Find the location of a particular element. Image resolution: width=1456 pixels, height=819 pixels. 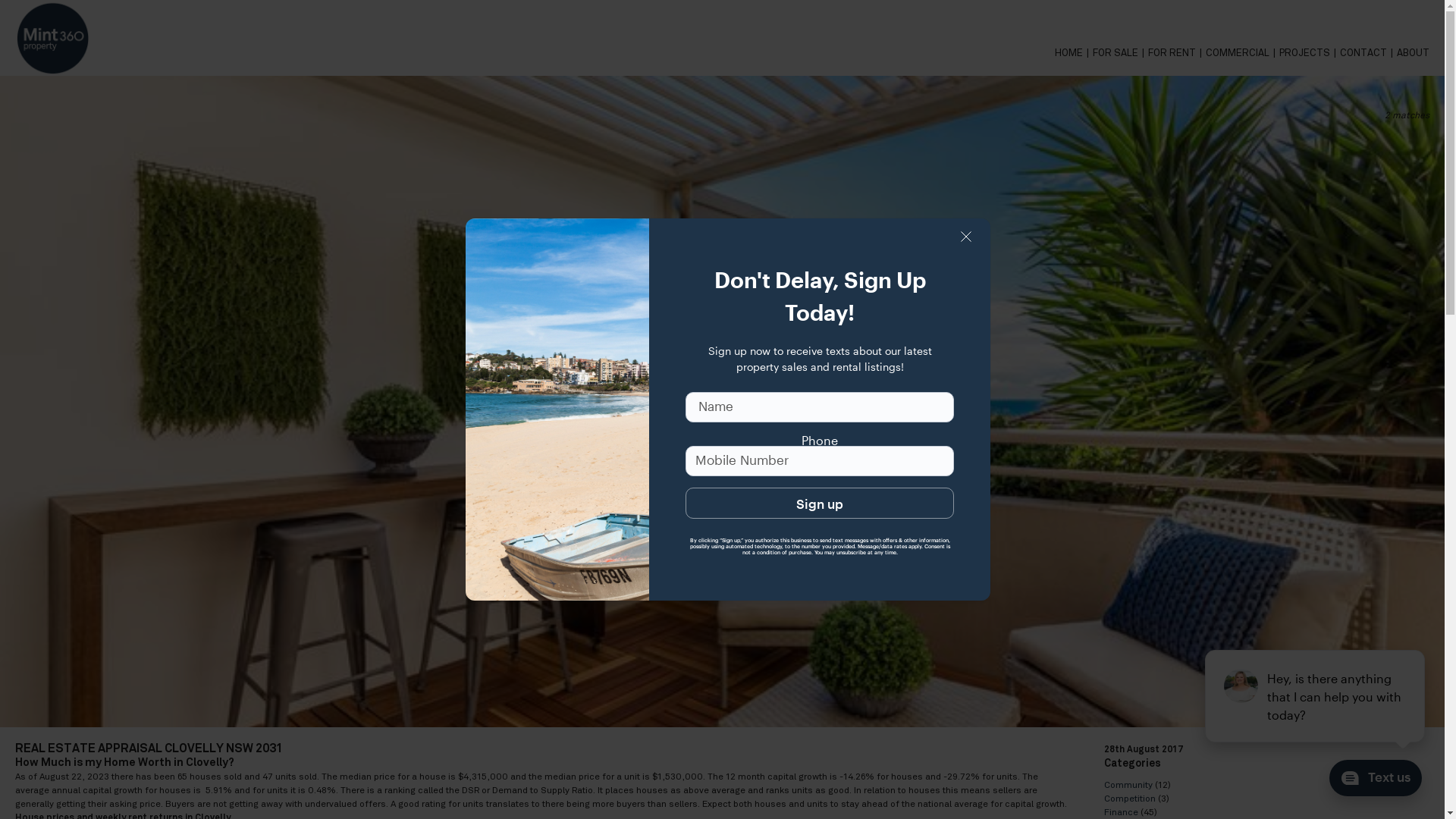

'FOR SALE' is located at coordinates (1120, 52).